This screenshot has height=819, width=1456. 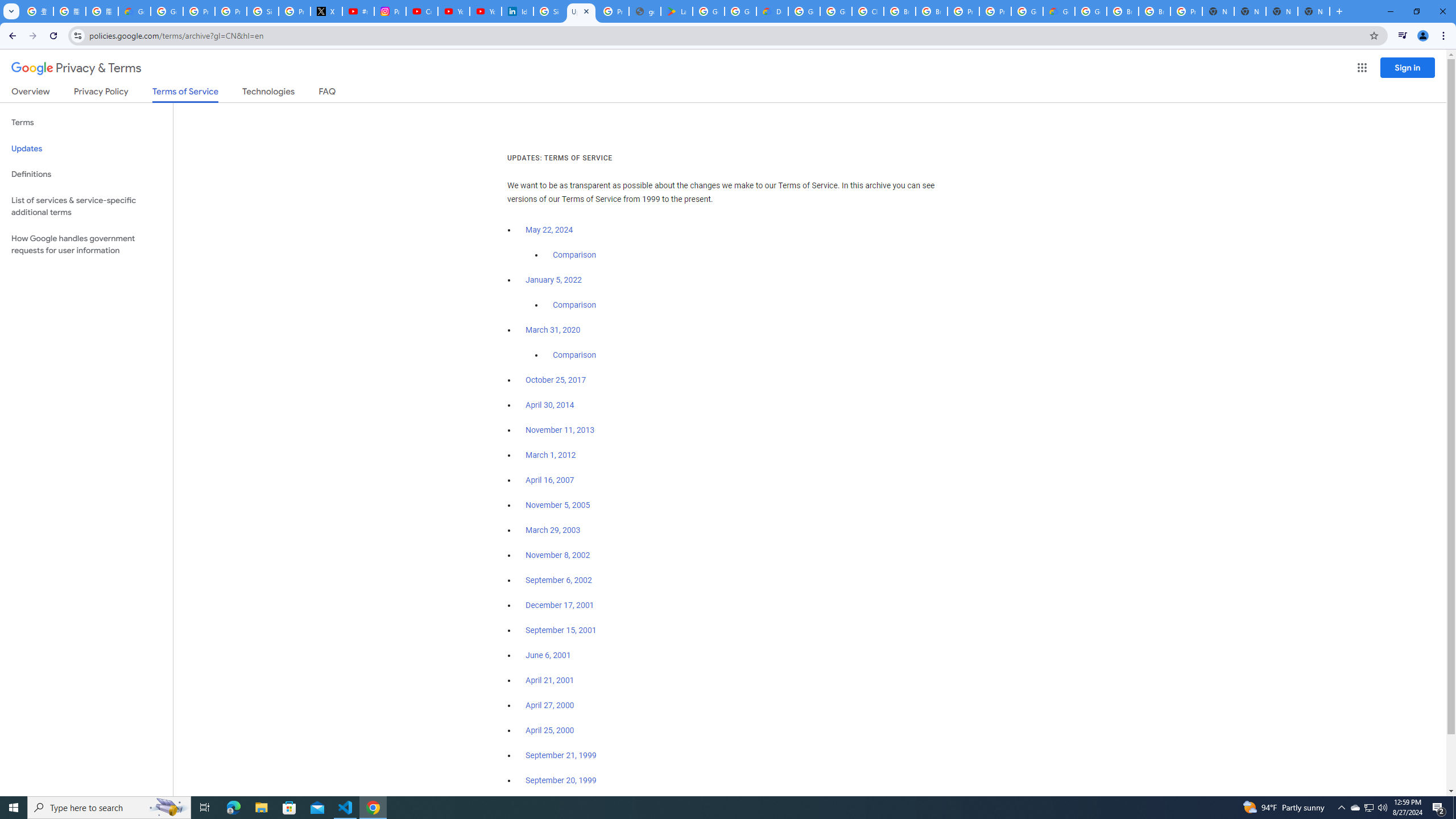 What do you see at coordinates (552, 330) in the screenshot?
I see `'March 31, 2020'` at bounding box center [552, 330].